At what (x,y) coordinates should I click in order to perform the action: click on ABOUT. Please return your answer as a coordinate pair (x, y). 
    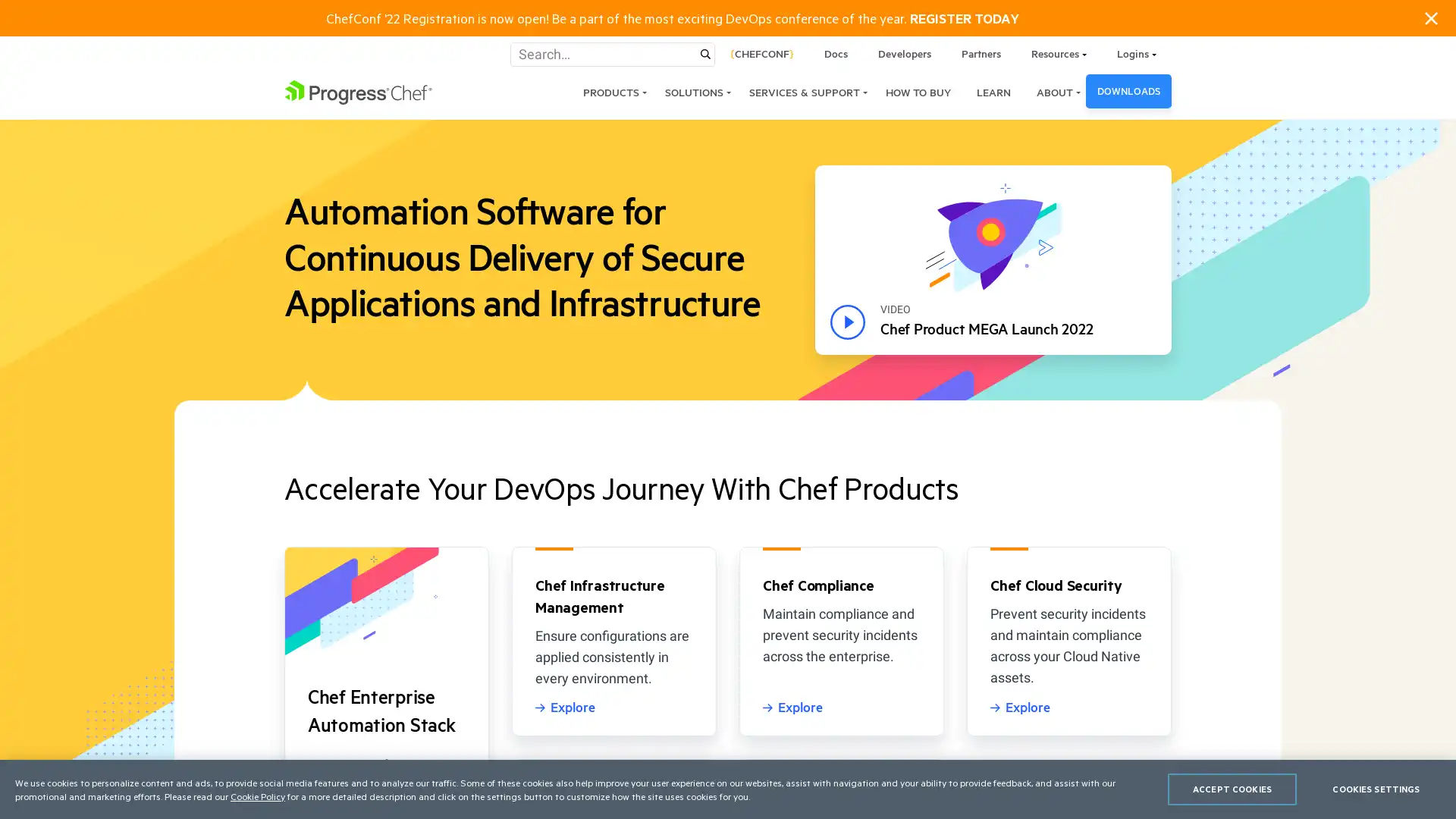
    Looking at the image, I should click on (1020, 93).